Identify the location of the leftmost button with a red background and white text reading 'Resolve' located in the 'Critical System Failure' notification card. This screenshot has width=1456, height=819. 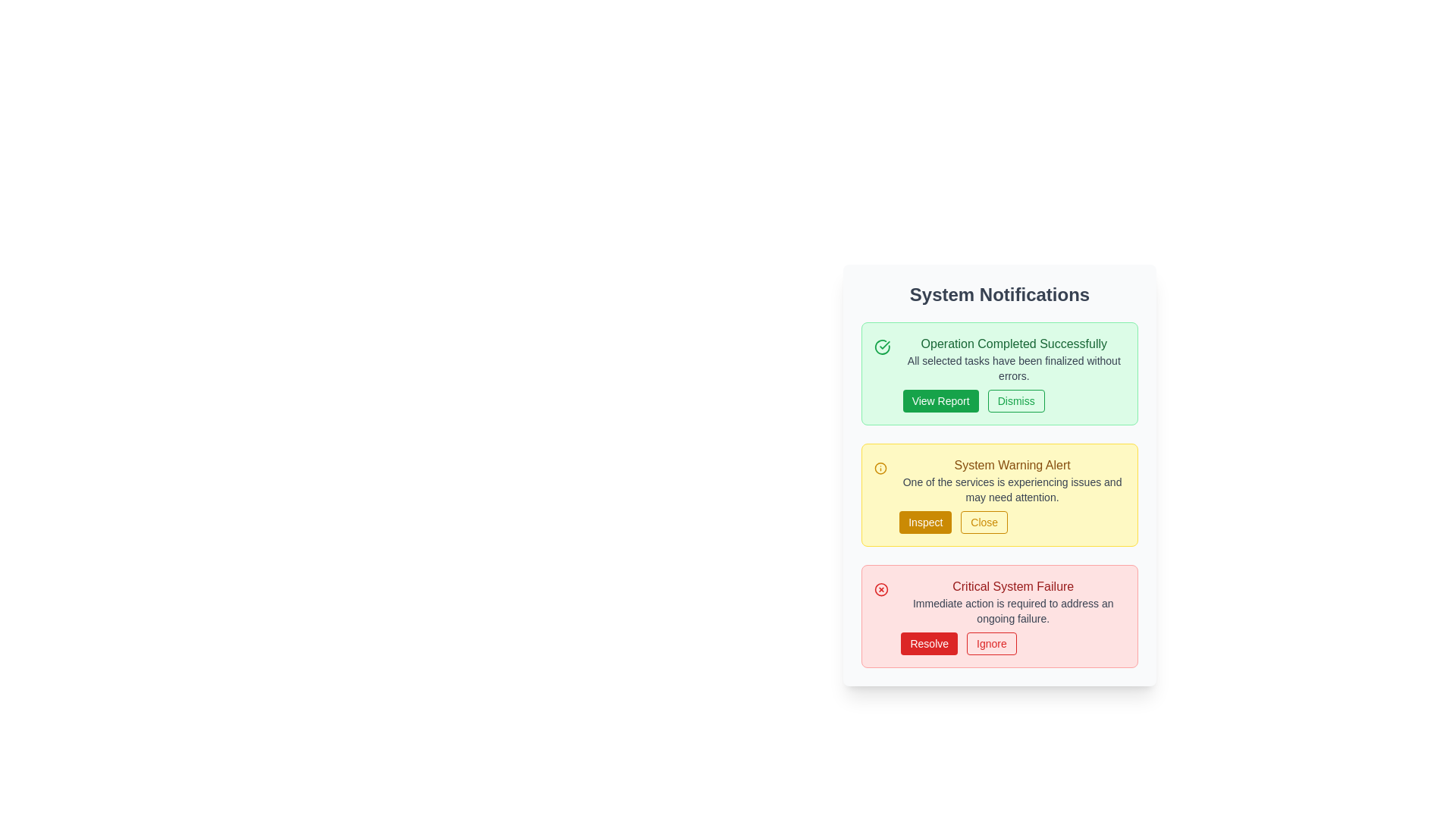
(928, 643).